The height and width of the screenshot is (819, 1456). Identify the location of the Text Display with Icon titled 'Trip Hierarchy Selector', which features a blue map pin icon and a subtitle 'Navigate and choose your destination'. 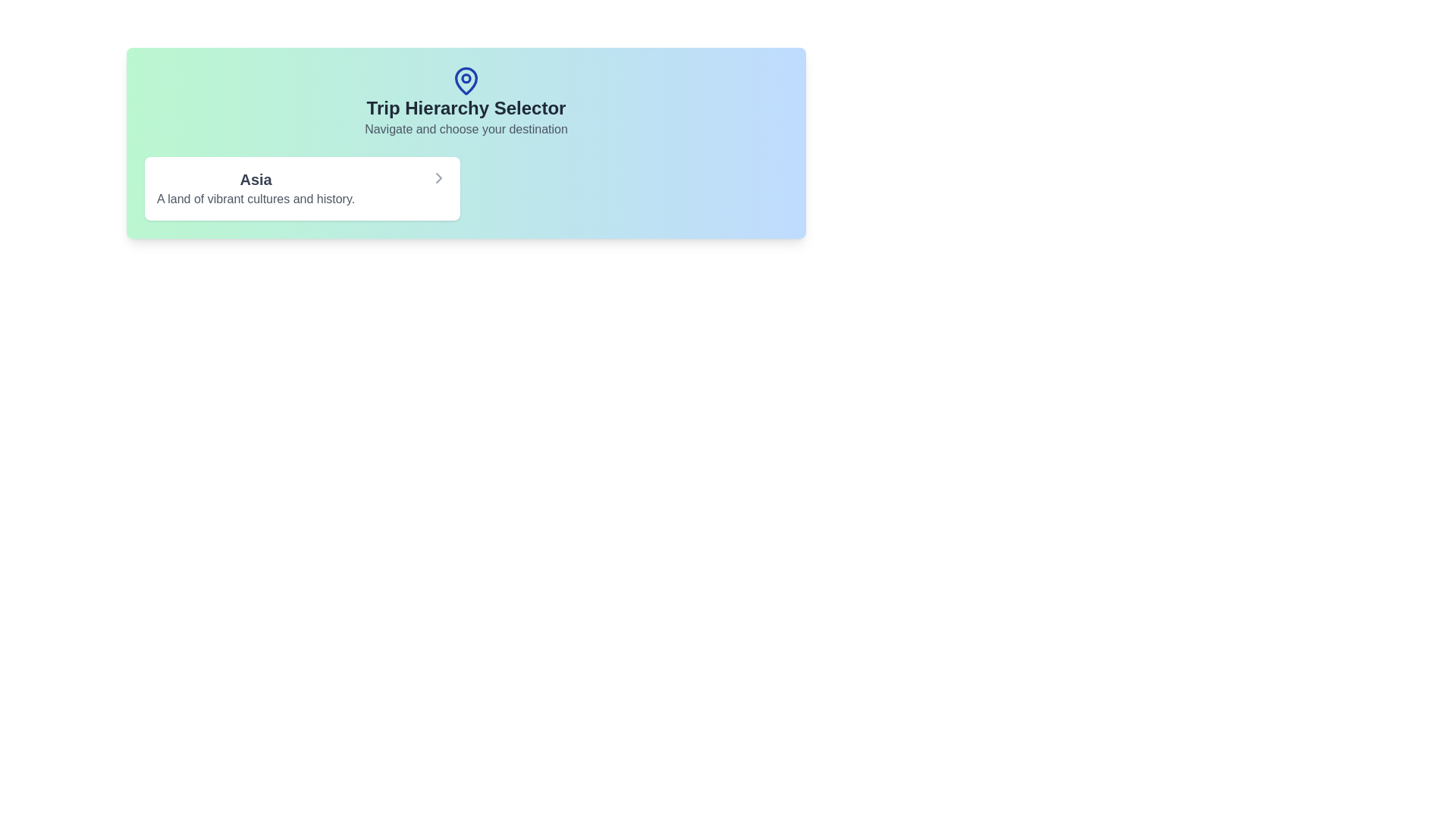
(465, 102).